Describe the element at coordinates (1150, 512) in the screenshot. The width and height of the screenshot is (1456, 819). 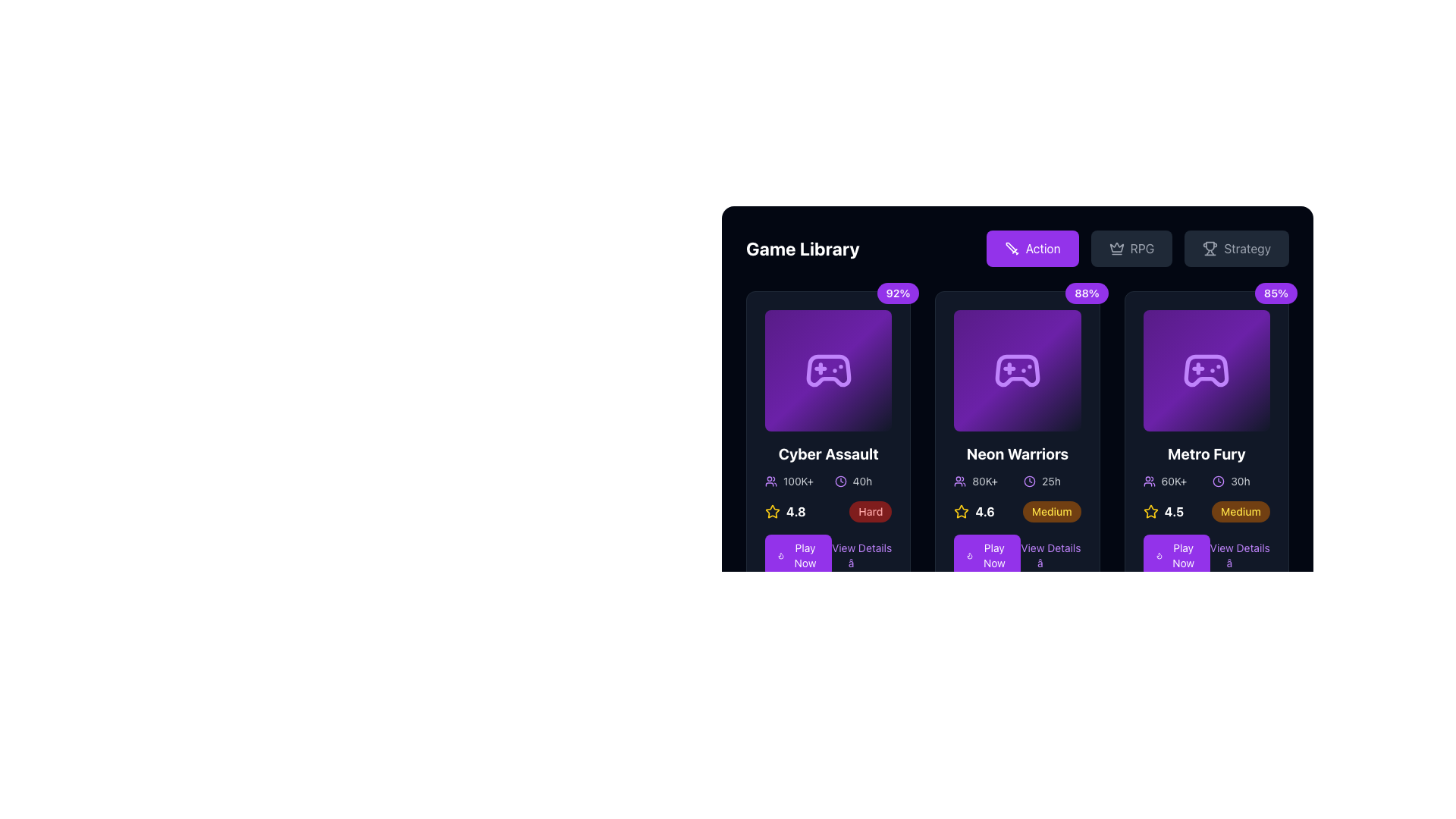
I see `the star icon with a yellow border representing a rating star for the game 'Metro Fury', located to the left of the text '4.5'` at that location.